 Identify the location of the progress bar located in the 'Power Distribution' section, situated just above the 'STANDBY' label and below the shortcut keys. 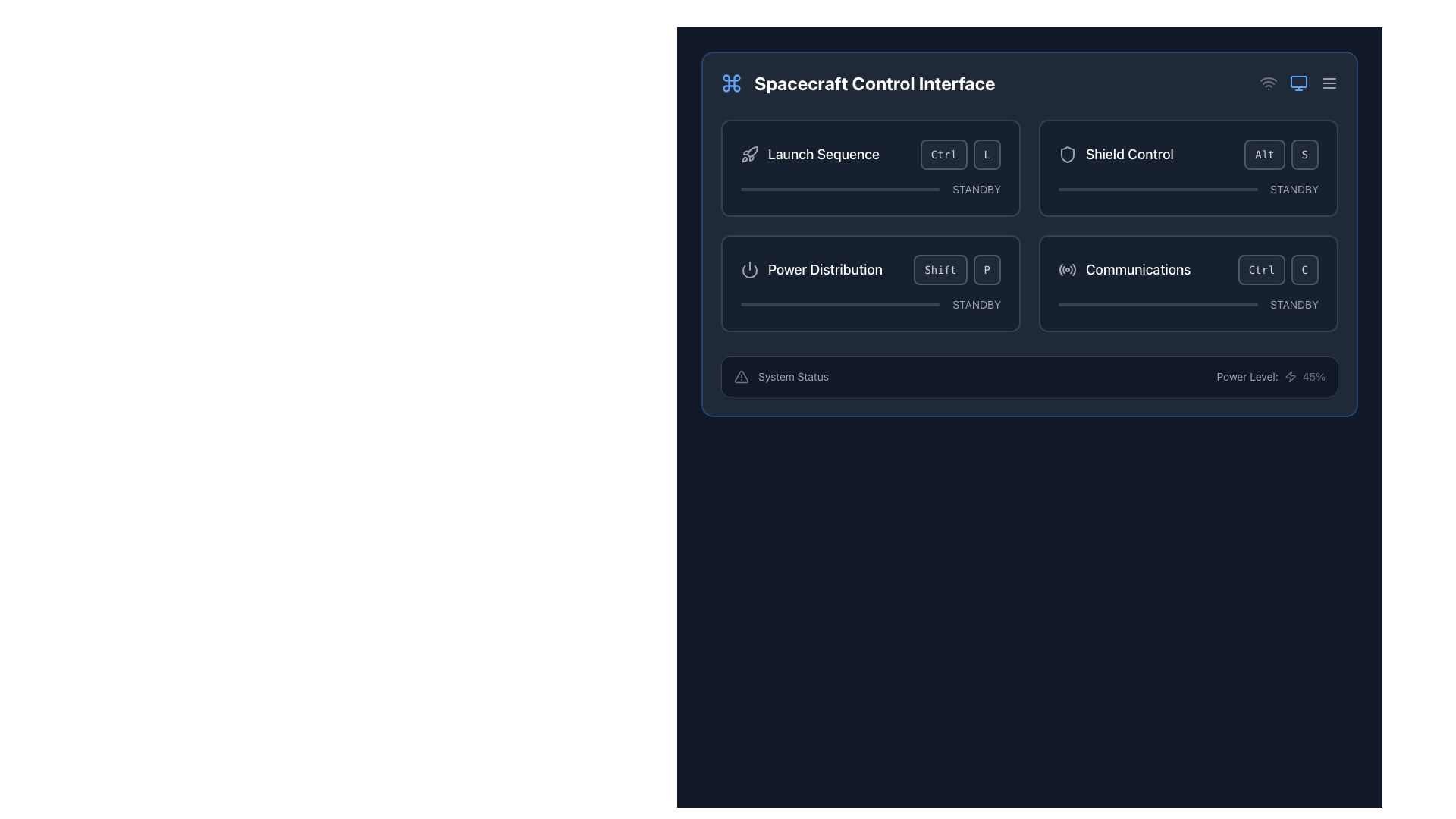
(839, 304).